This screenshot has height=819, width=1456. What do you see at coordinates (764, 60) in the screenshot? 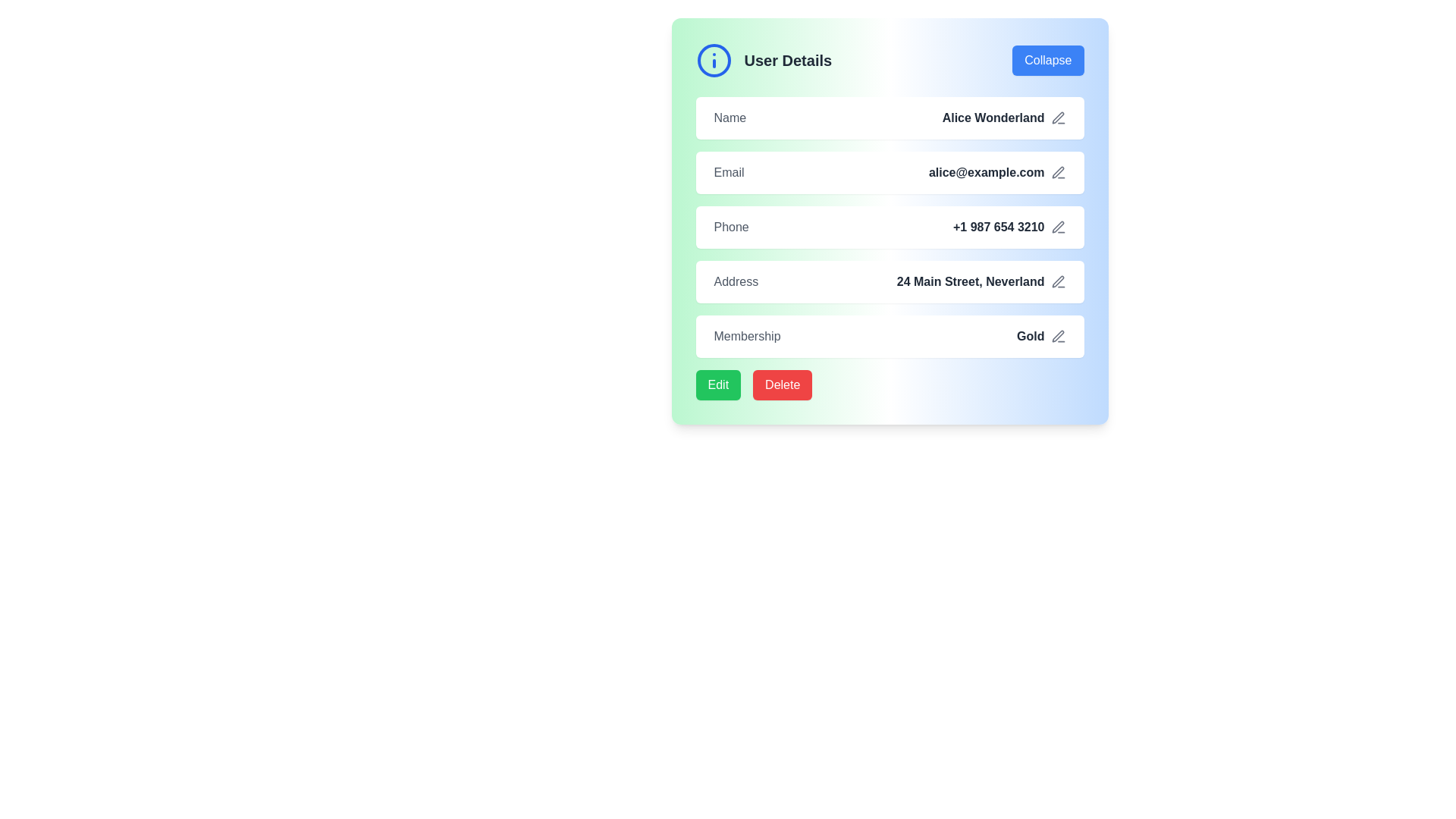
I see `the 'User Details' label with a circular information icon, which is positioned at the top-left corner inside a header box, adjacent to the 'Collapse' button` at bounding box center [764, 60].